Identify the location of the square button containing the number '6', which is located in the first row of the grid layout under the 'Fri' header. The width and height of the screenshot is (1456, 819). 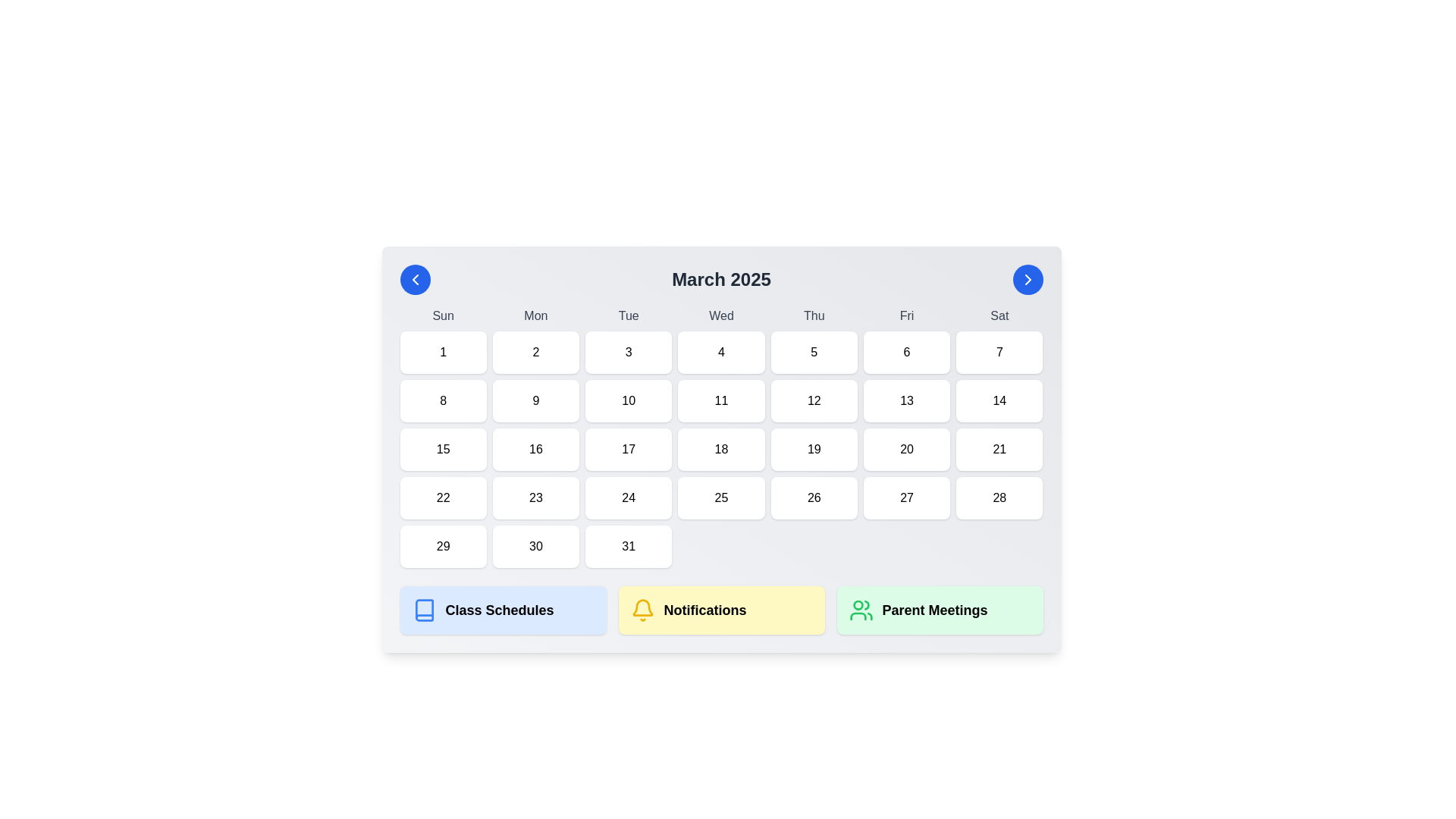
(906, 353).